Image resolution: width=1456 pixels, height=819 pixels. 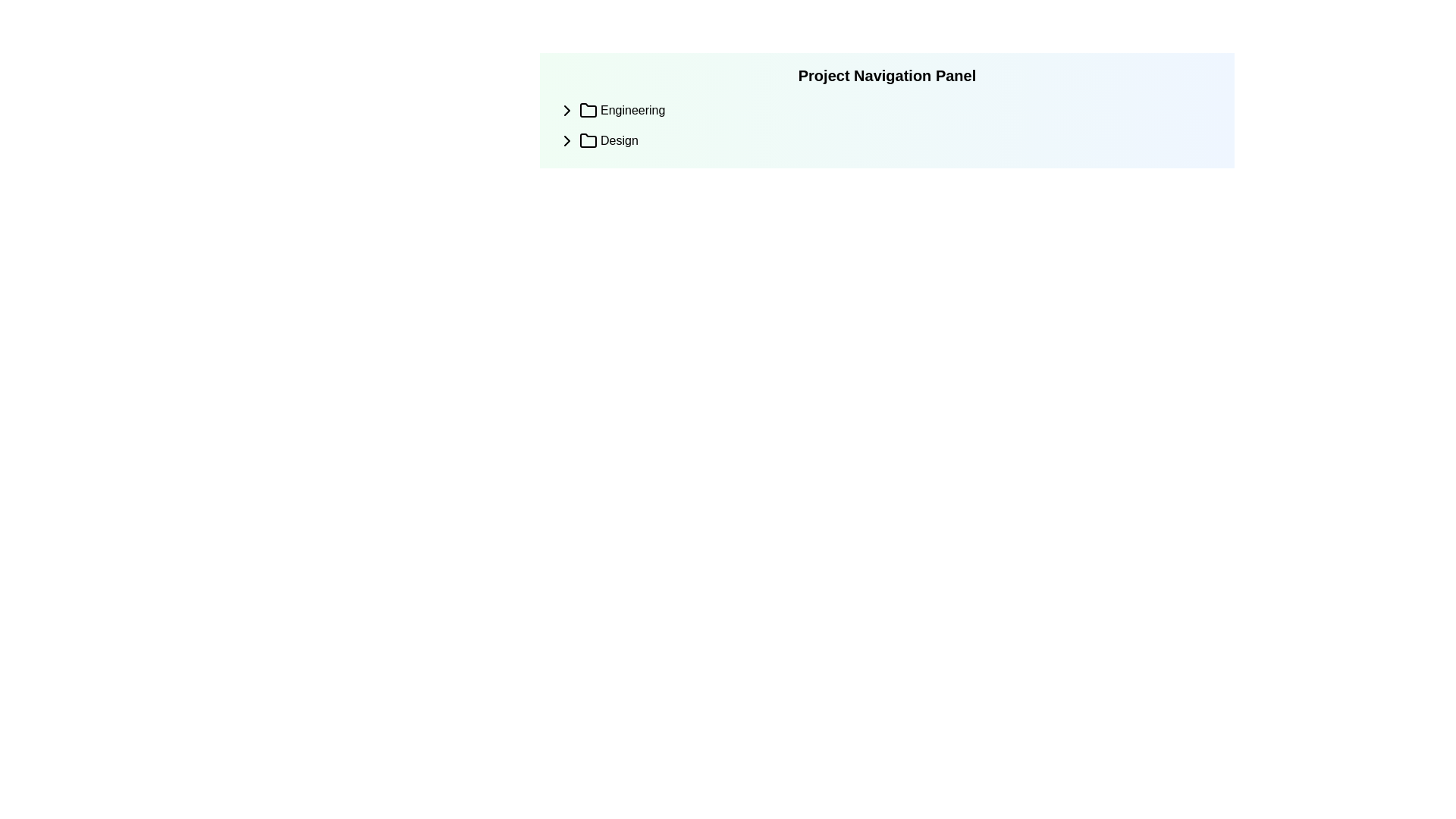 What do you see at coordinates (588, 109) in the screenshot?
I see `the folder icon, which is the first graphical item preceding the text label 'Engineering' in the navigation options` at bounding box center [588, 109].